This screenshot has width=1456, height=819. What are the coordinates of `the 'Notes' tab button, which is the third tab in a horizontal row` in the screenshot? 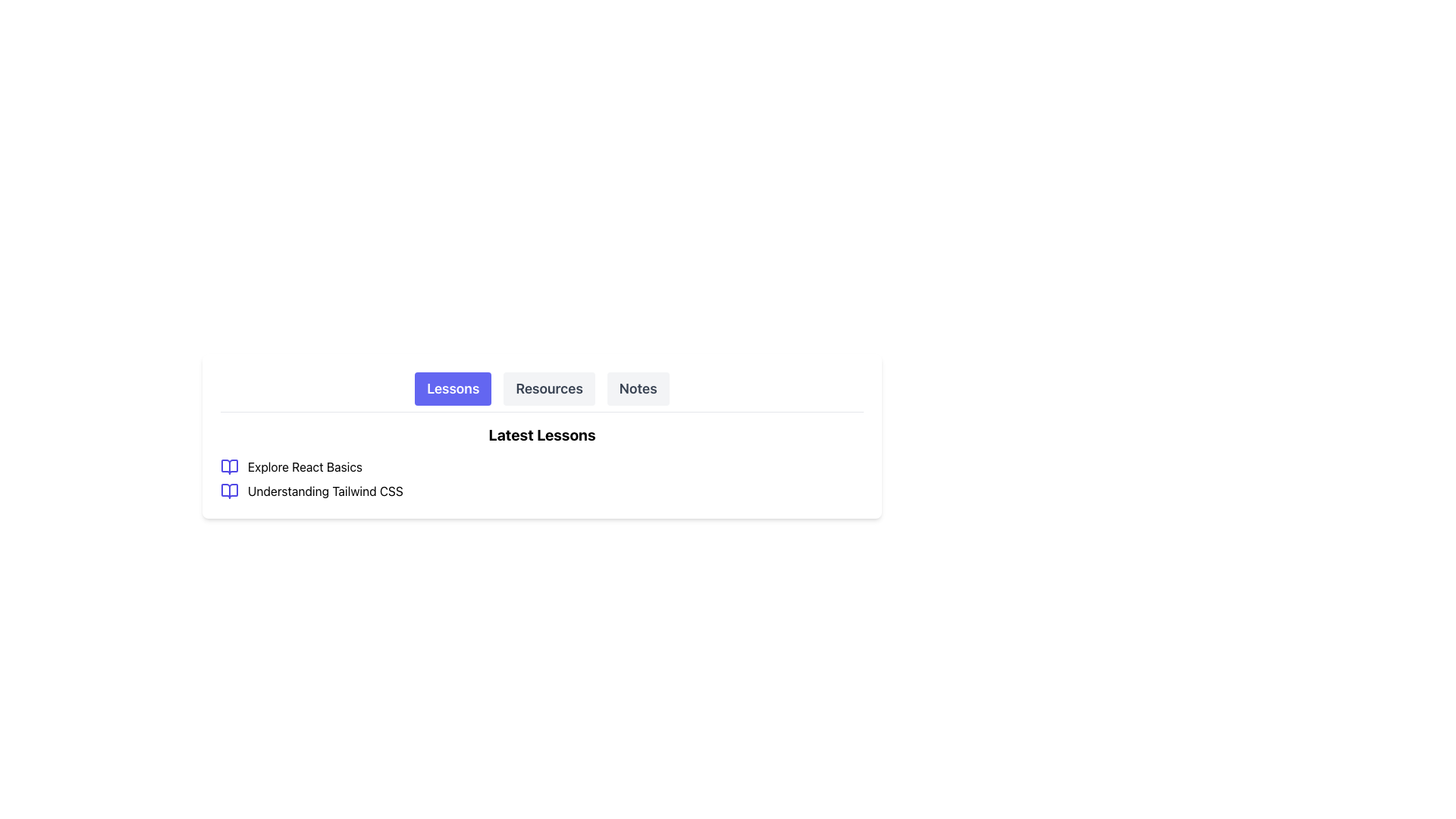 It's located at (638, 388).